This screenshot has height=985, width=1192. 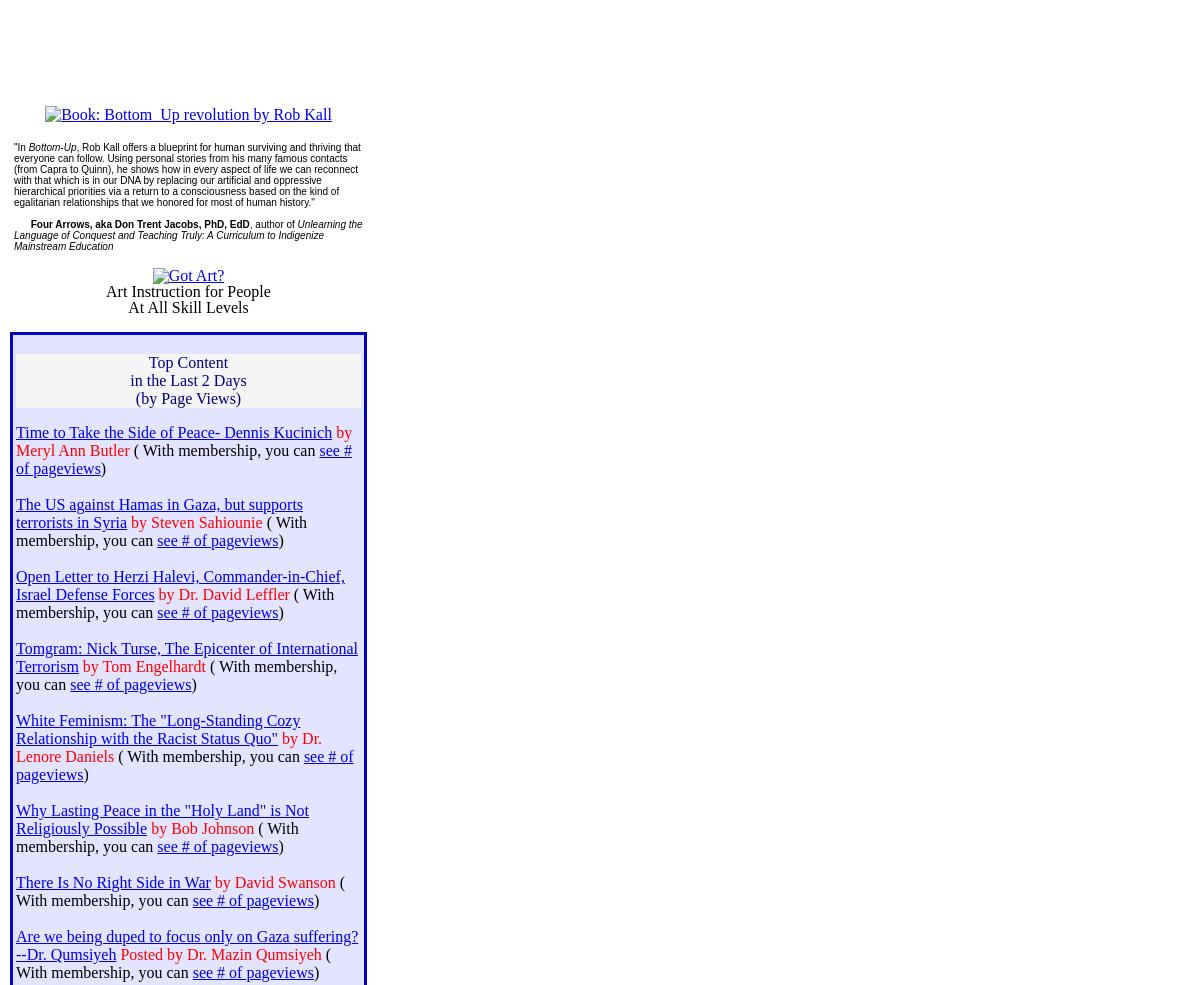 I want to click on 'Tomgram: Nick Turse, The Epicenter of International Terrorism', so click(x=15, y=656).